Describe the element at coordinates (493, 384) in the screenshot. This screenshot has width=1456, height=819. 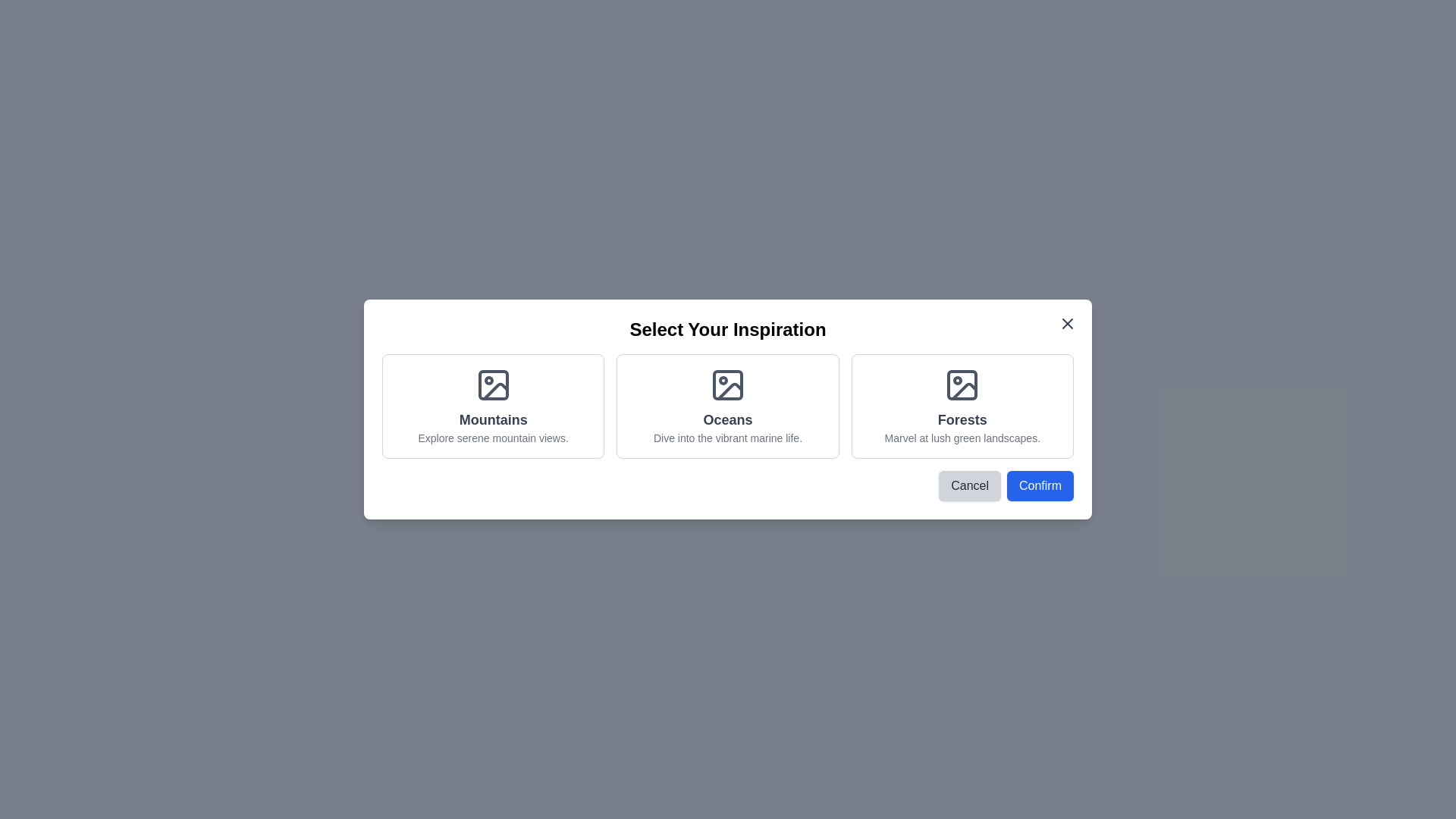
I see `the decorative square element that visually structures the 'Mountains' icon in the first column of options within the 'Select Your Inspiration' dialog` at that location.